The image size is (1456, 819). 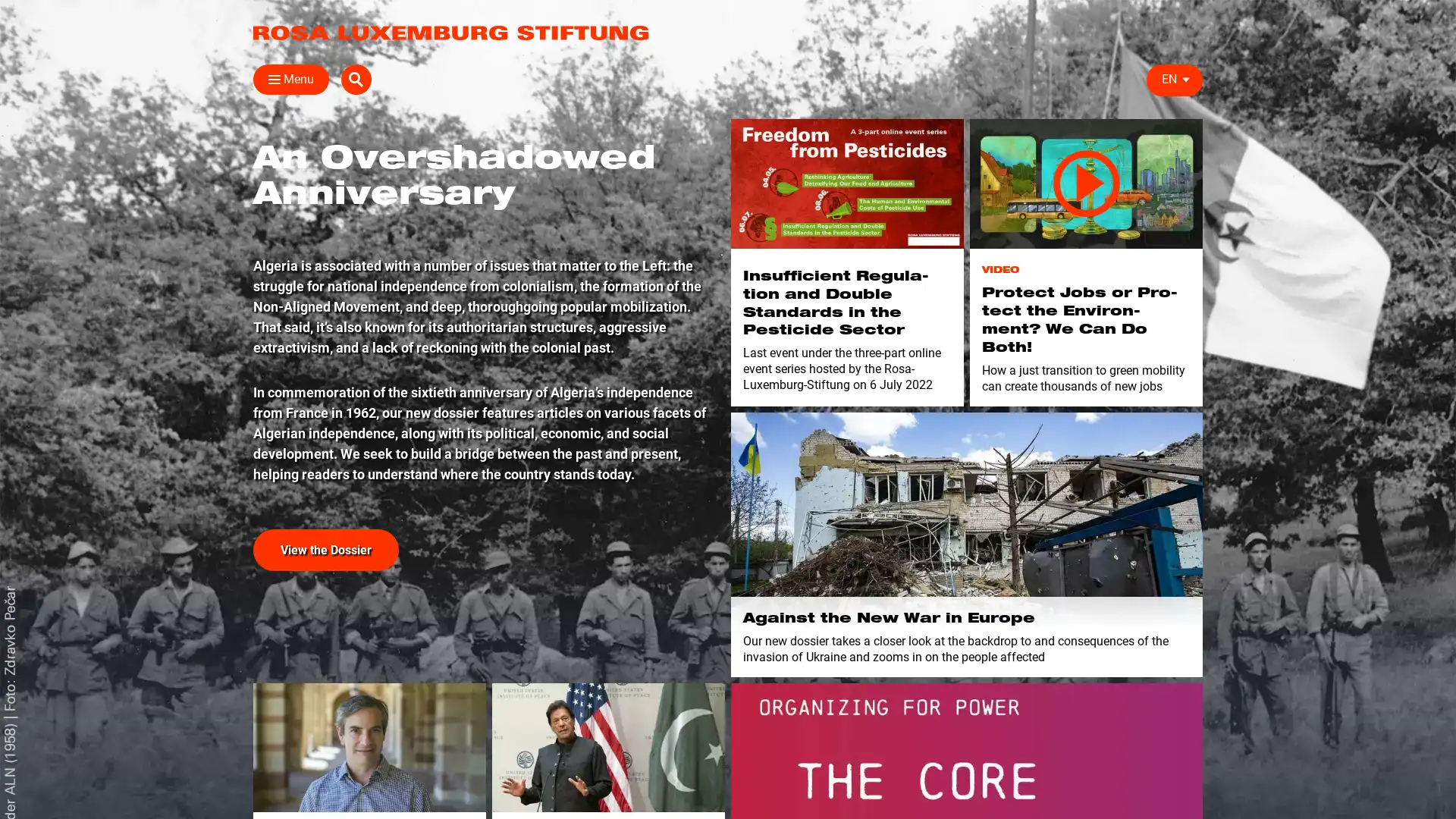 What do you see at coordinates (483, 275) in the screenshot?
I see `Show more / less` at bounding box center [483, 275].